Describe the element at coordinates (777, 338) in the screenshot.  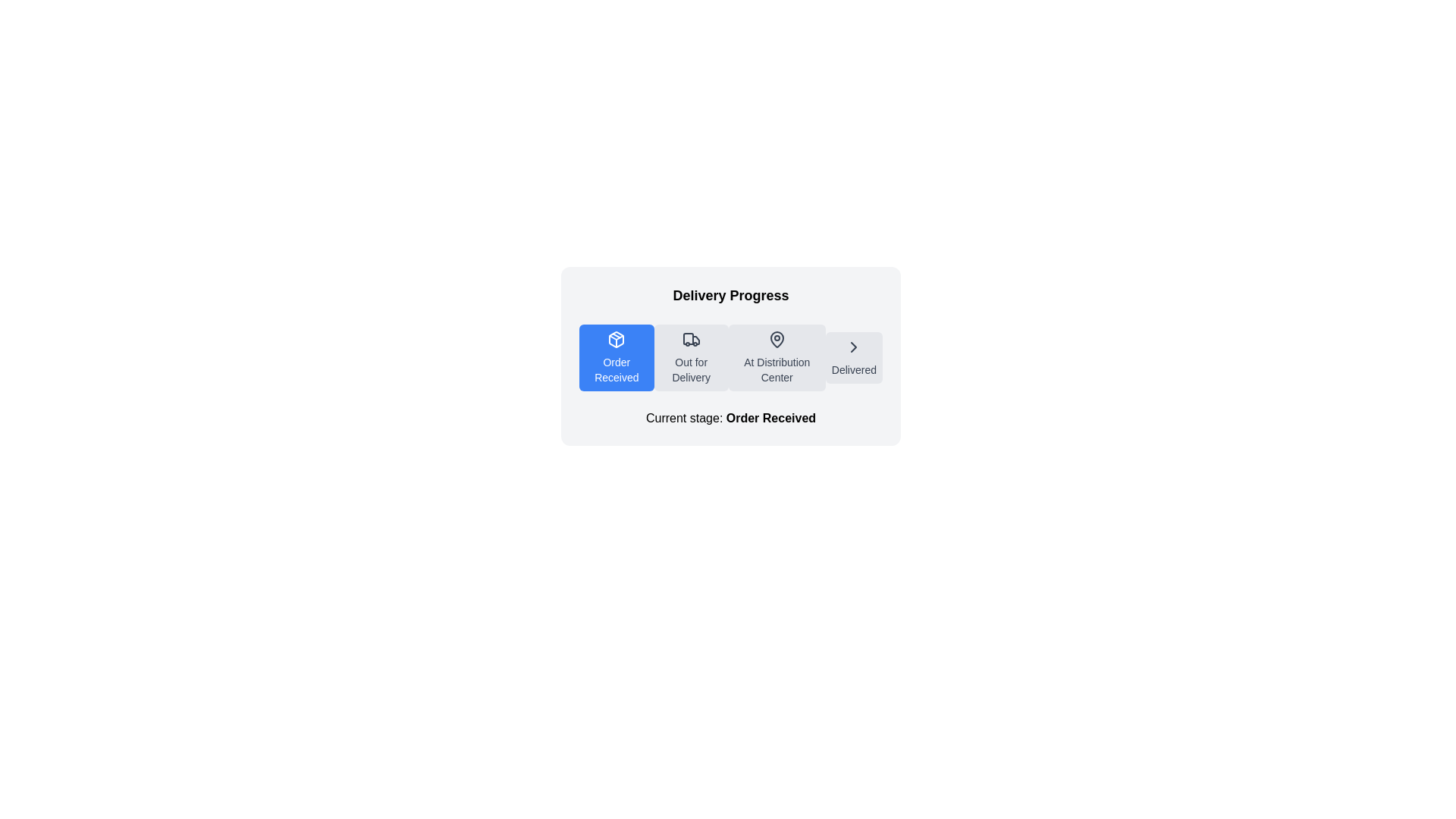
I see `the map pin icon located within the 'At Distribution Center' button area in the progress bar` at that location.